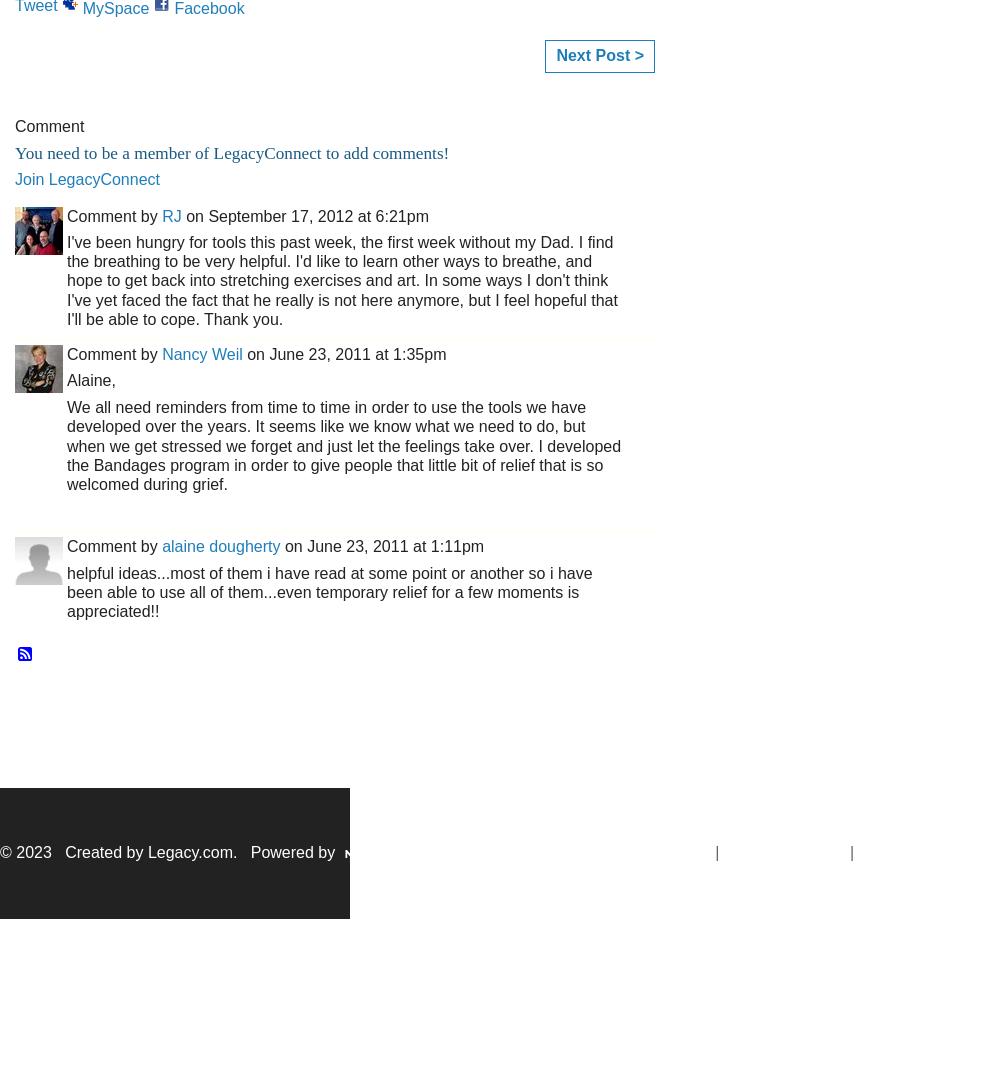 Image resolution: width=1002 pixels, height=1069 pixels. Describe the element at coordinates (171, 214) in the screenshot. I see `'RJ'` at that location.